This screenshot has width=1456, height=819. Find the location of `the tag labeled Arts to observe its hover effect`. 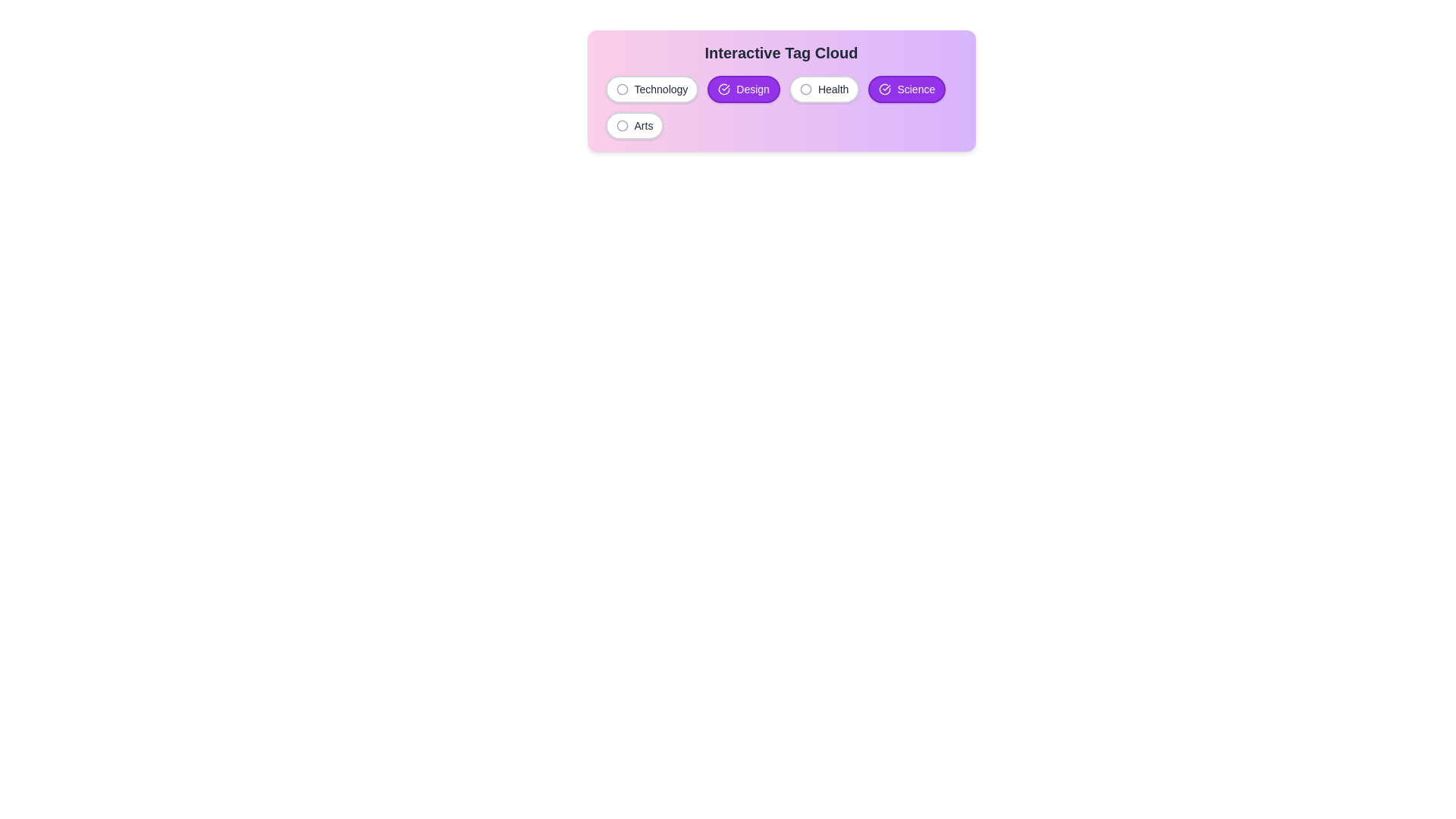

the tag labeled Arts to observe its hover effect is located at coordinates (634, 124).